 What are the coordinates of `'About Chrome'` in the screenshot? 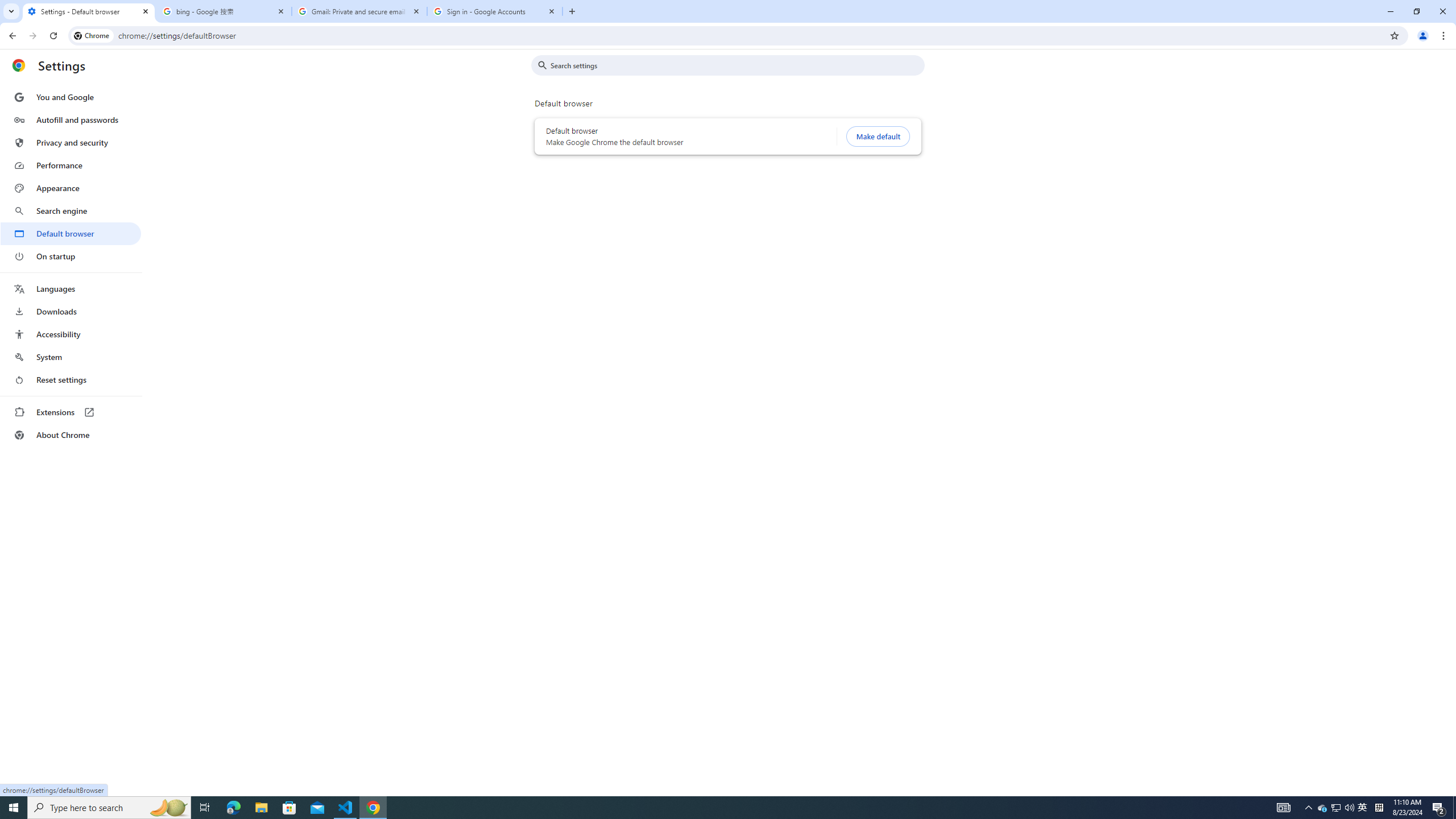 It's located at (70, 434).